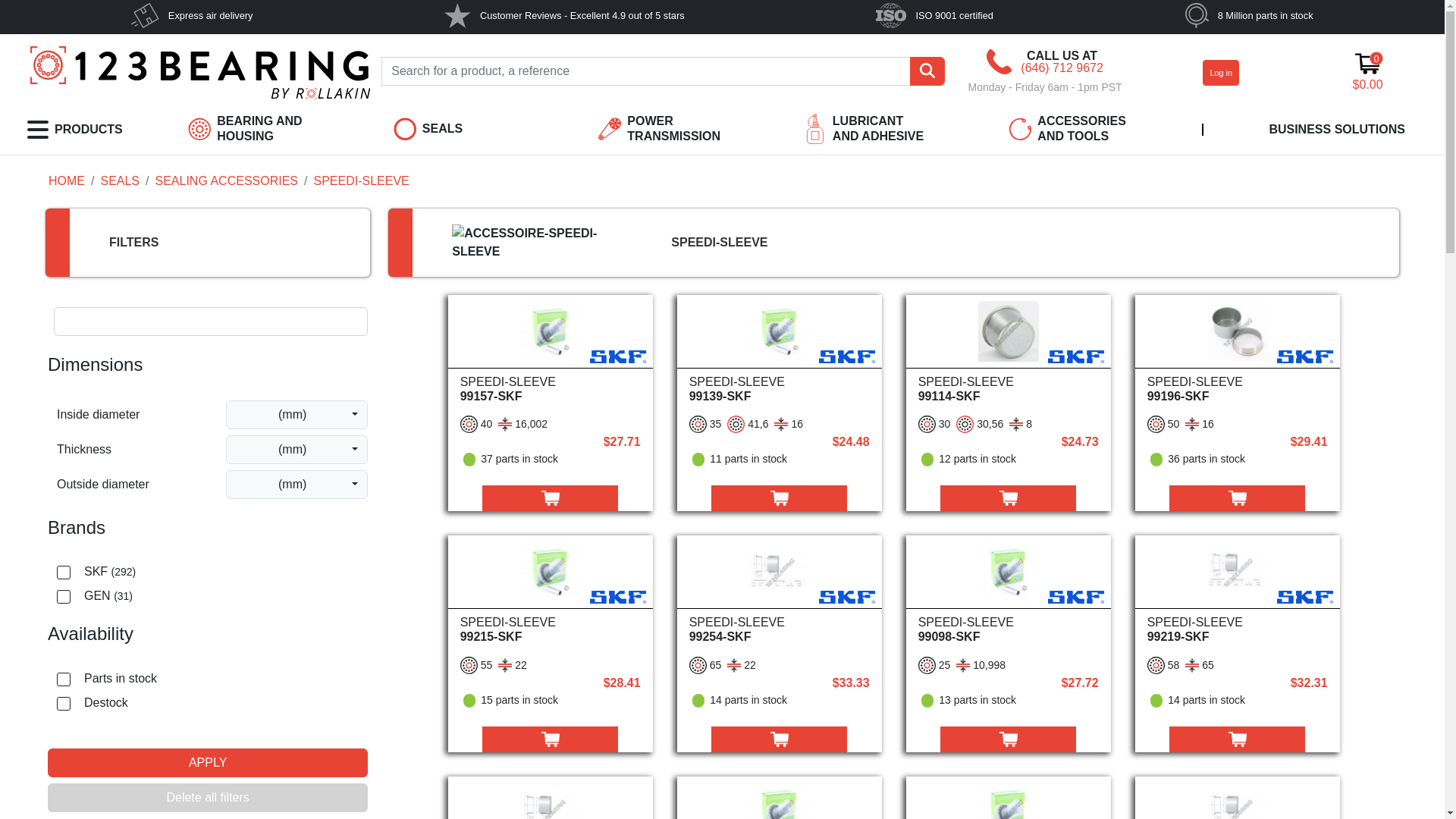  What do you see at coordinates (563, 15) in the screenshot?
I see `'Customer Reviews - Excellent 4.9 out of 5 stars` at bounding box center [563, 15].